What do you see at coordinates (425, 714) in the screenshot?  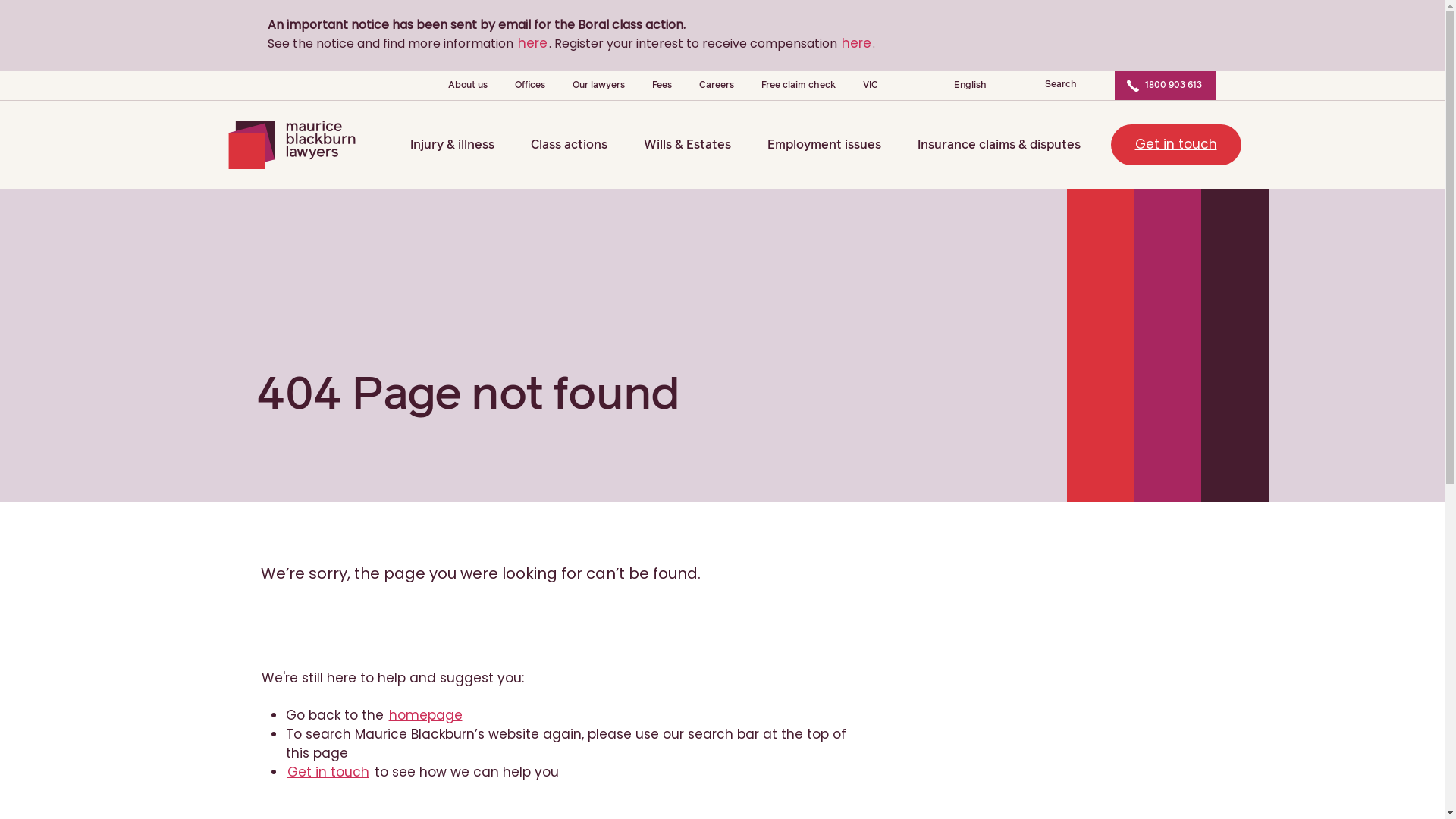 I see `'homepage'` at bounding box center [425, 714].